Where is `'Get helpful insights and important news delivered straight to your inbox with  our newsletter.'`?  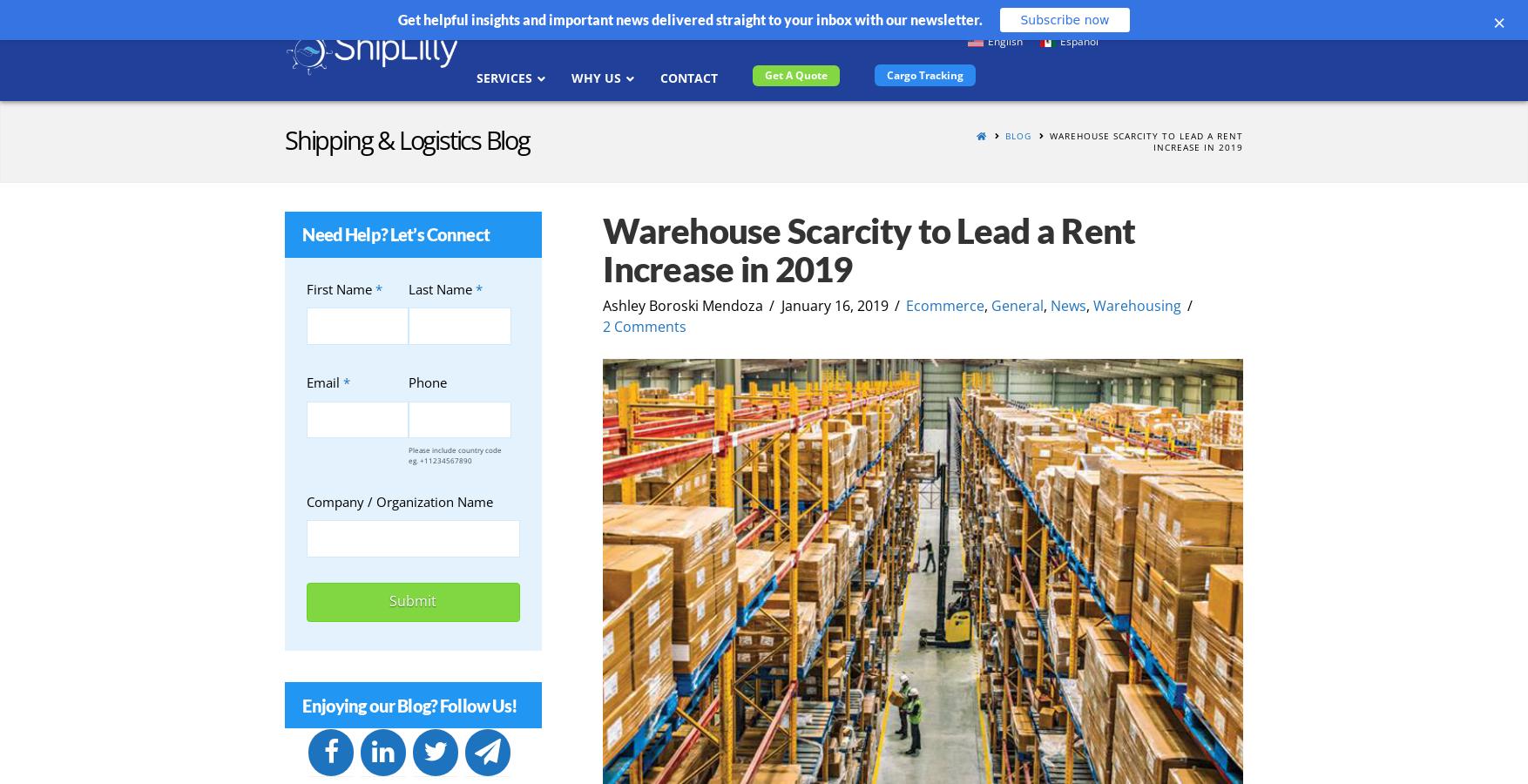
'Get helpful insights and important news delivered straight to your inbox with  our newsletter.' is located at coordinates (688, 18).